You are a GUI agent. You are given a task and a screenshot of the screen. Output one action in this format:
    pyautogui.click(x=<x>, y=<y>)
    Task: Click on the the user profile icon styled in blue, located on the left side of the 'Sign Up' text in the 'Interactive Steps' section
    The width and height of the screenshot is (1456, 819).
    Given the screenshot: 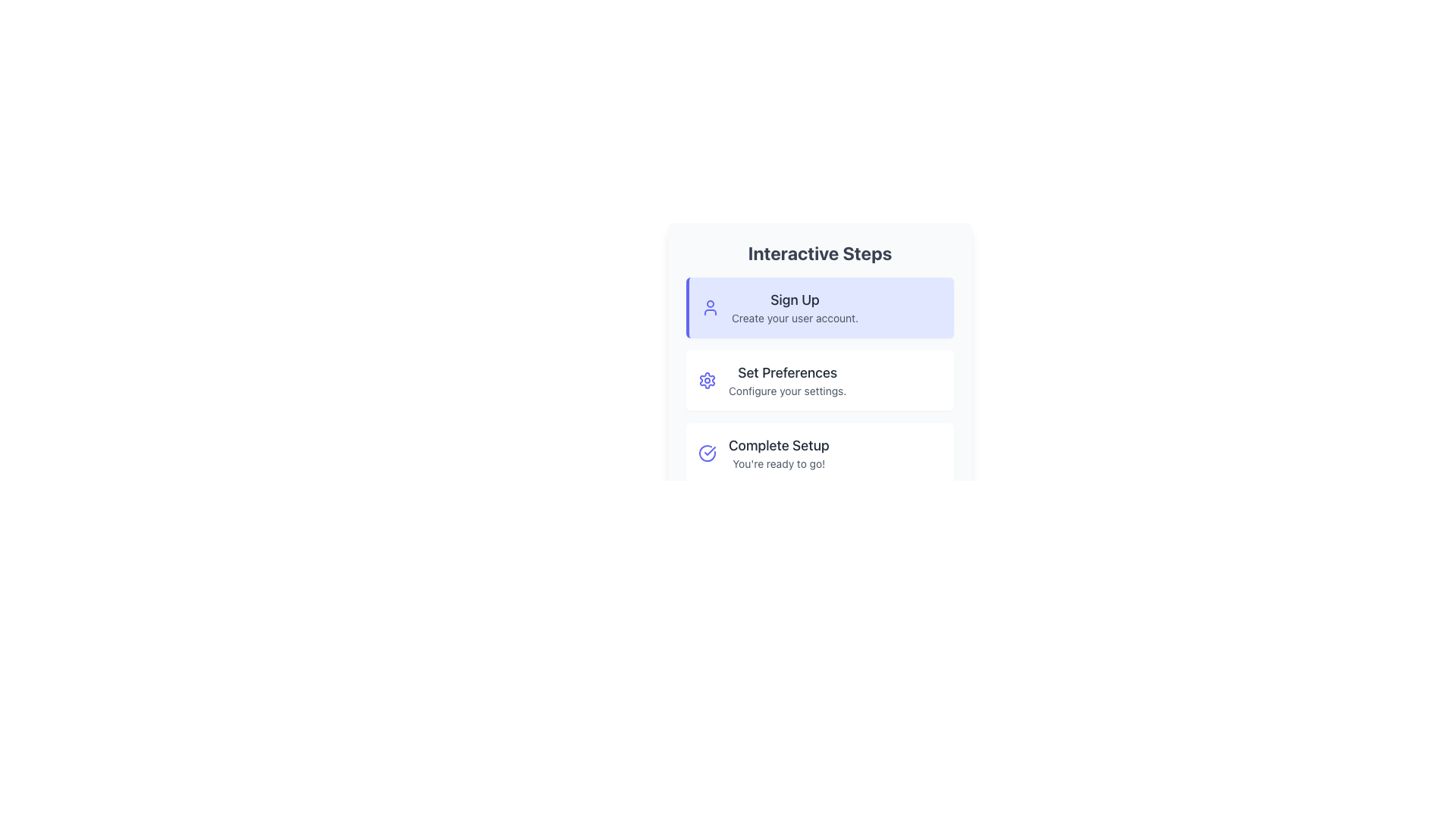 What is the action you would take?
    pyautogui.click(x=709, y=307)
    